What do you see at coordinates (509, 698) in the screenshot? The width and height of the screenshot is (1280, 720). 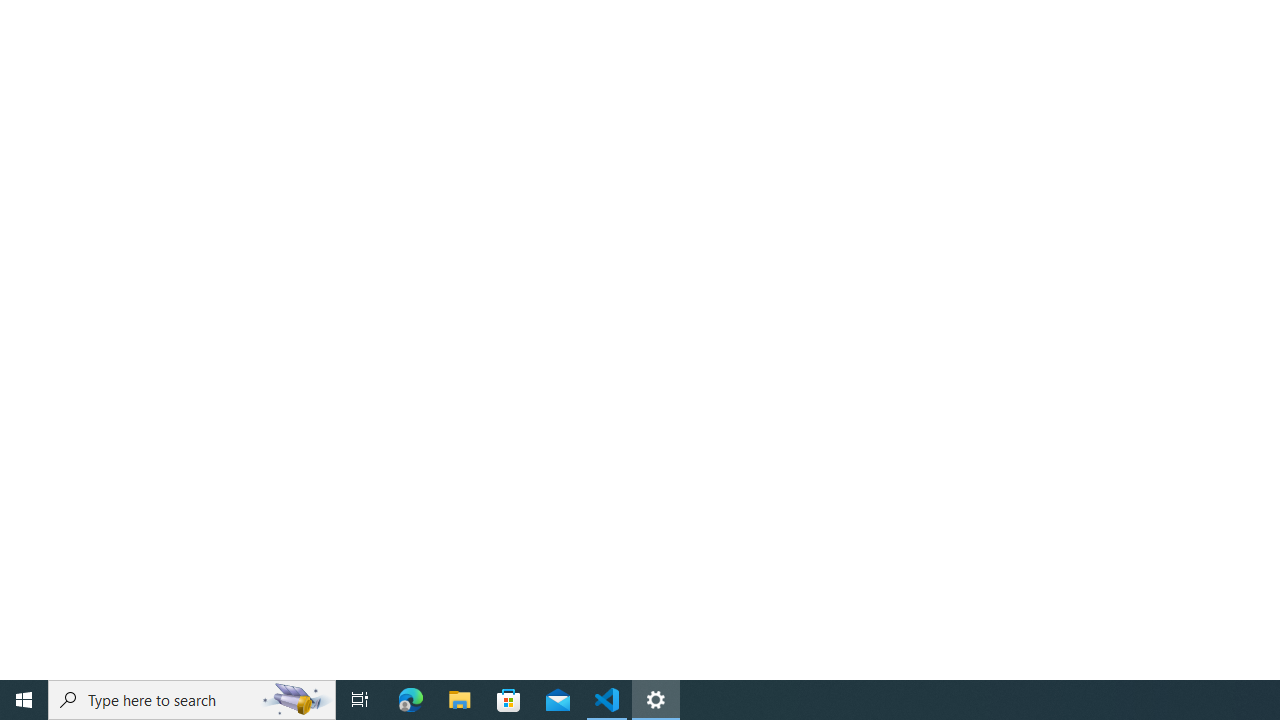 I see `'Microsoft Store'` at bounding box center [509, 698].